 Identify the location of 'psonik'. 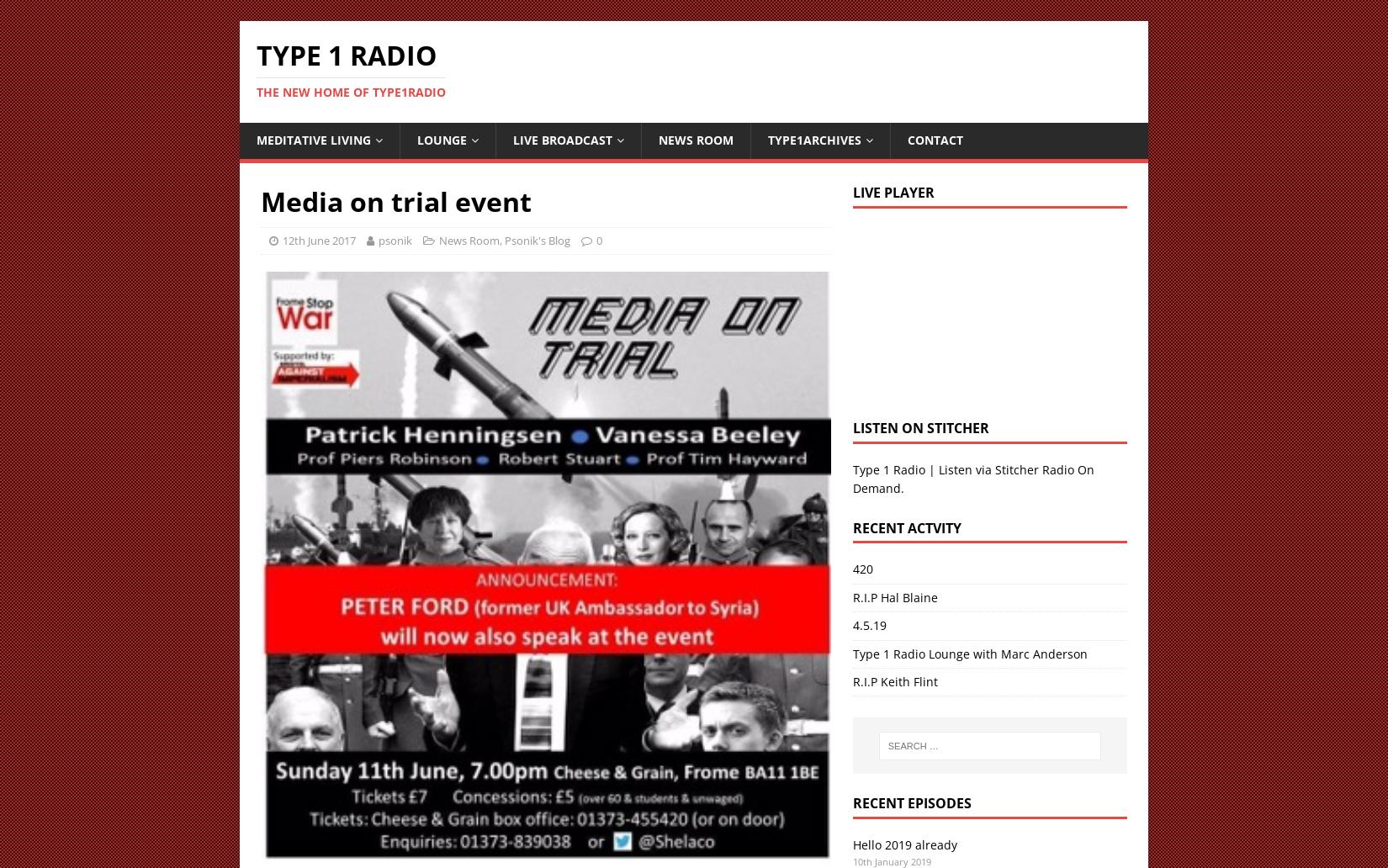
(394, 240).